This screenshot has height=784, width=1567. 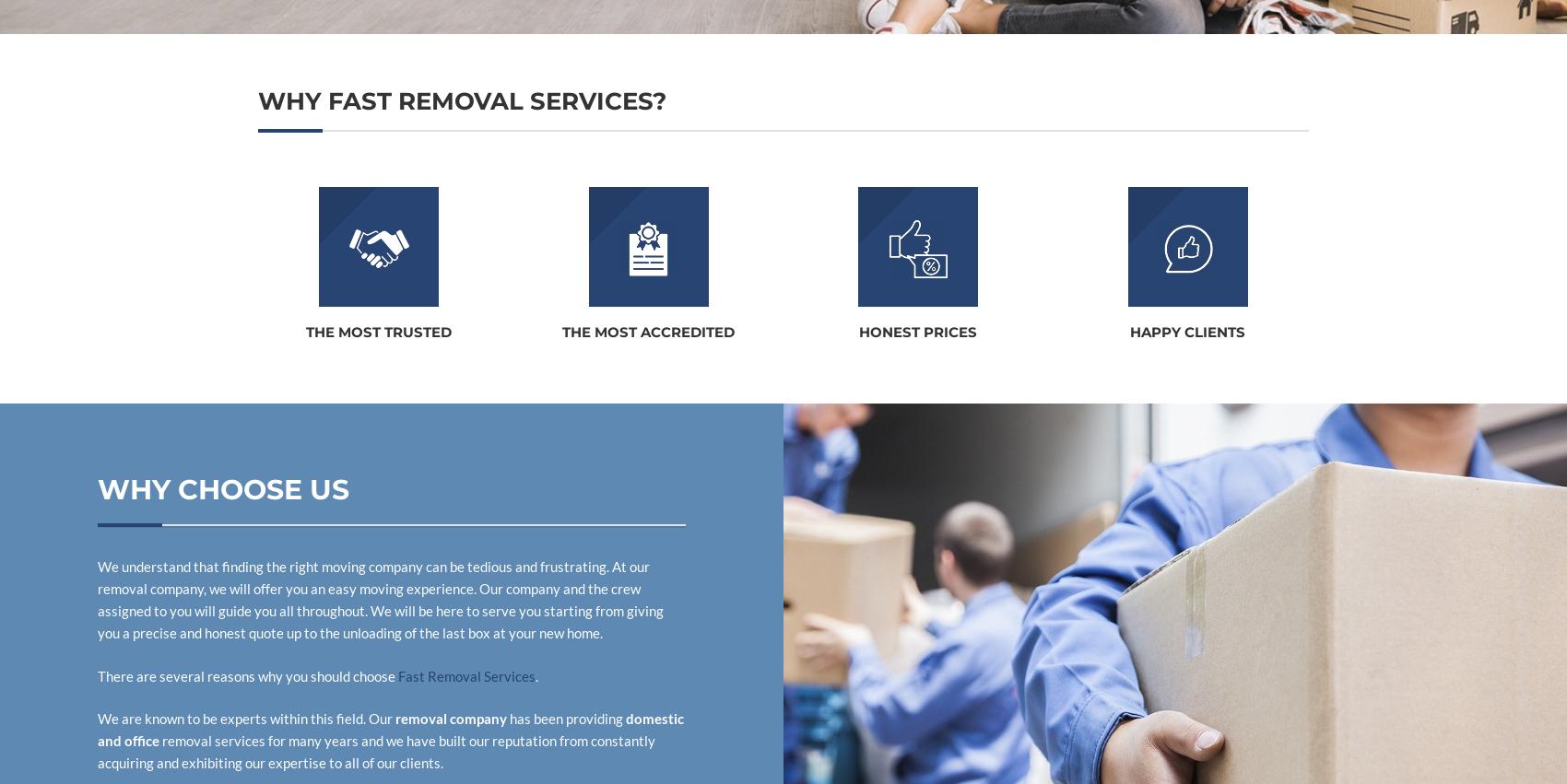 I want to click on 'WHY CHOOSE US', so click(x=223, y=489).